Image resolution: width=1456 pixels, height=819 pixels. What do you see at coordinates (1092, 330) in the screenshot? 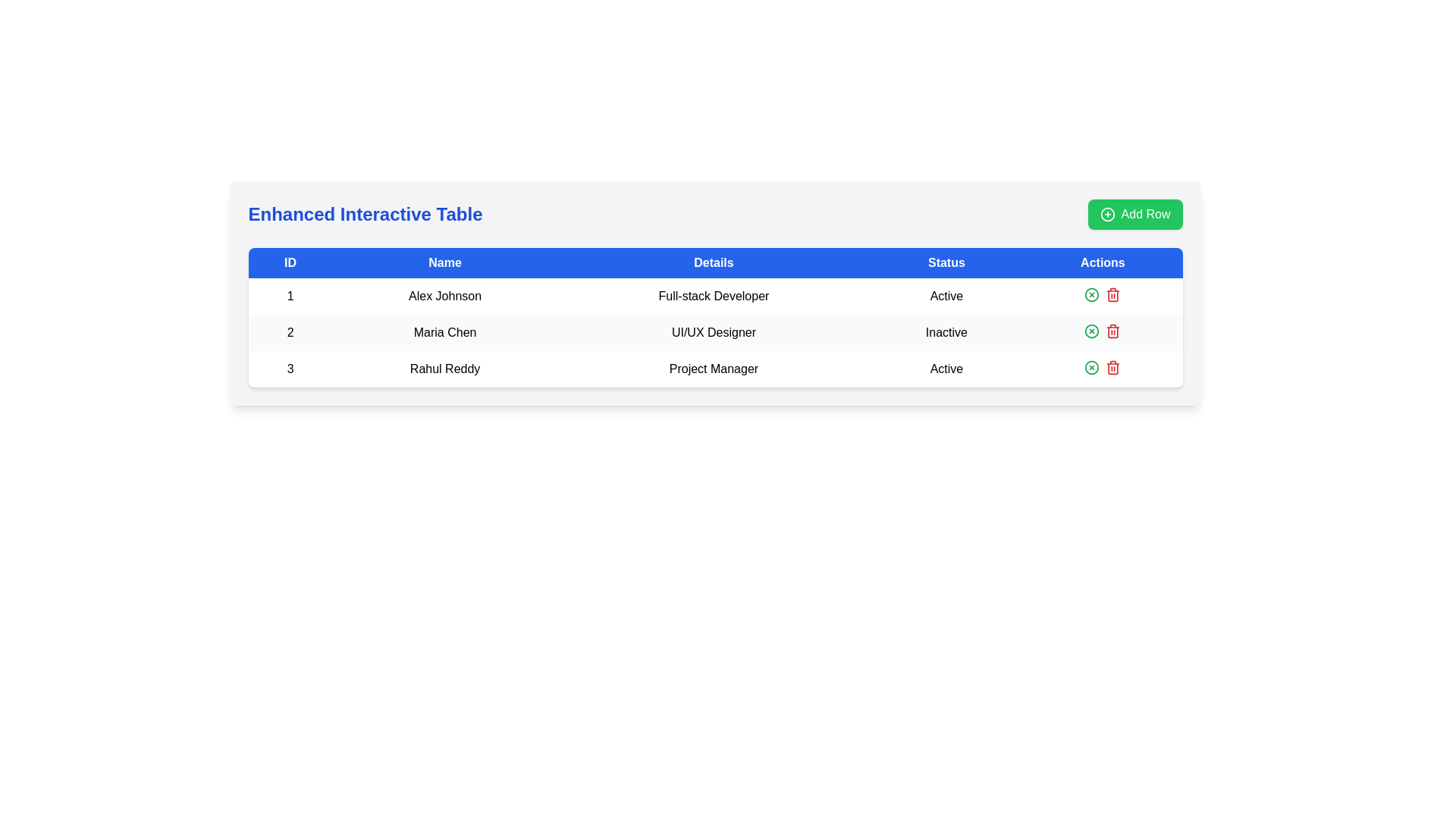
I see `the interactive 'undo' or 'restore' button located in the 'Actions' column of the second row of the table` at bounding box center [1092, 330].